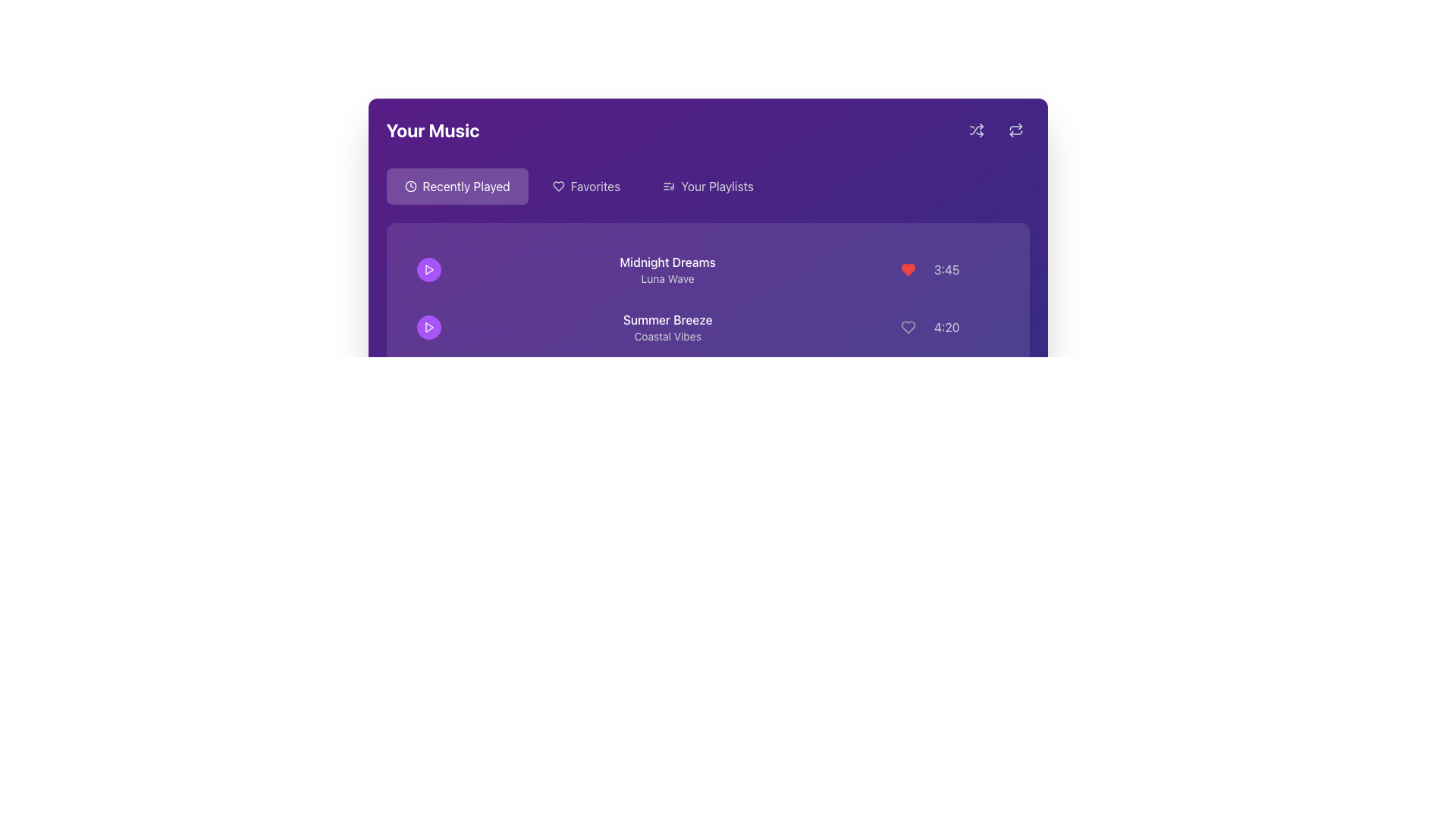  I want to click on the 'Recently Played' text label in the navigation menu to potentially highlight it or display additional information, so click(466, 186).